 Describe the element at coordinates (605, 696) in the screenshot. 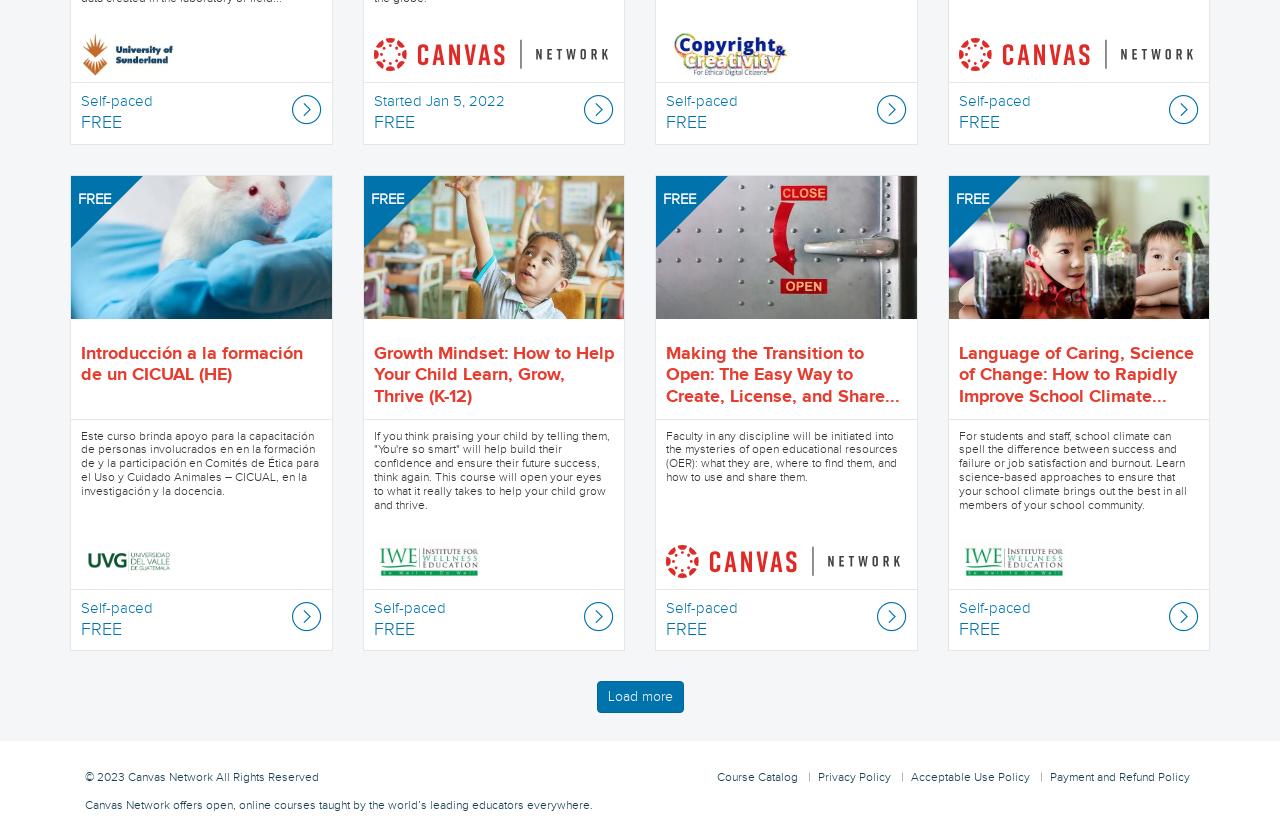

I see `'Load more'` at that location.